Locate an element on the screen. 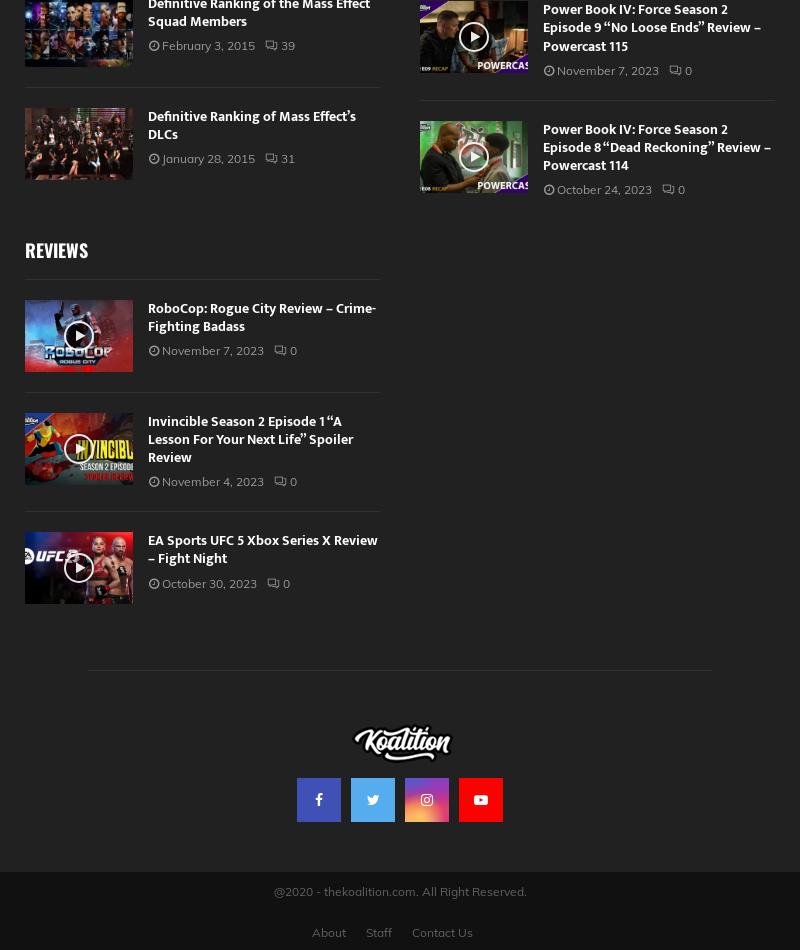 The width and height of the screenshot is (800, 950). 'Power Book IV: Force Season 2 Episode 8 “Dead Reckoning” Review – Powercast 114' is located at coordinates (656, 146).